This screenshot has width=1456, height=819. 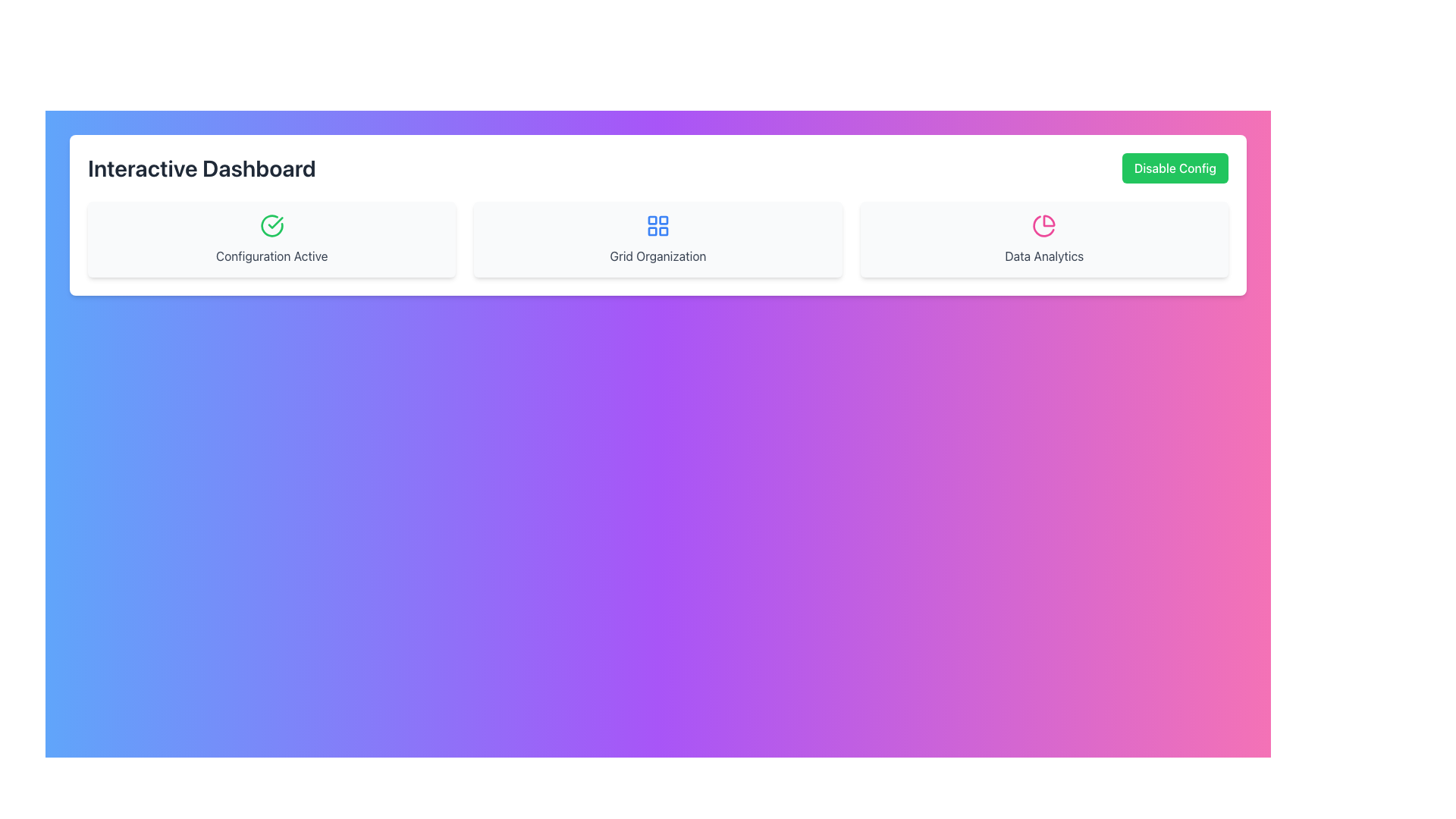 What do you see at coordinates (652, 231) in the screenshot?
I see `the visual representation of the small square located in the bottom-left corner of the grid icon within the 'Grid Organization' card` at bounding box center [652, 231].